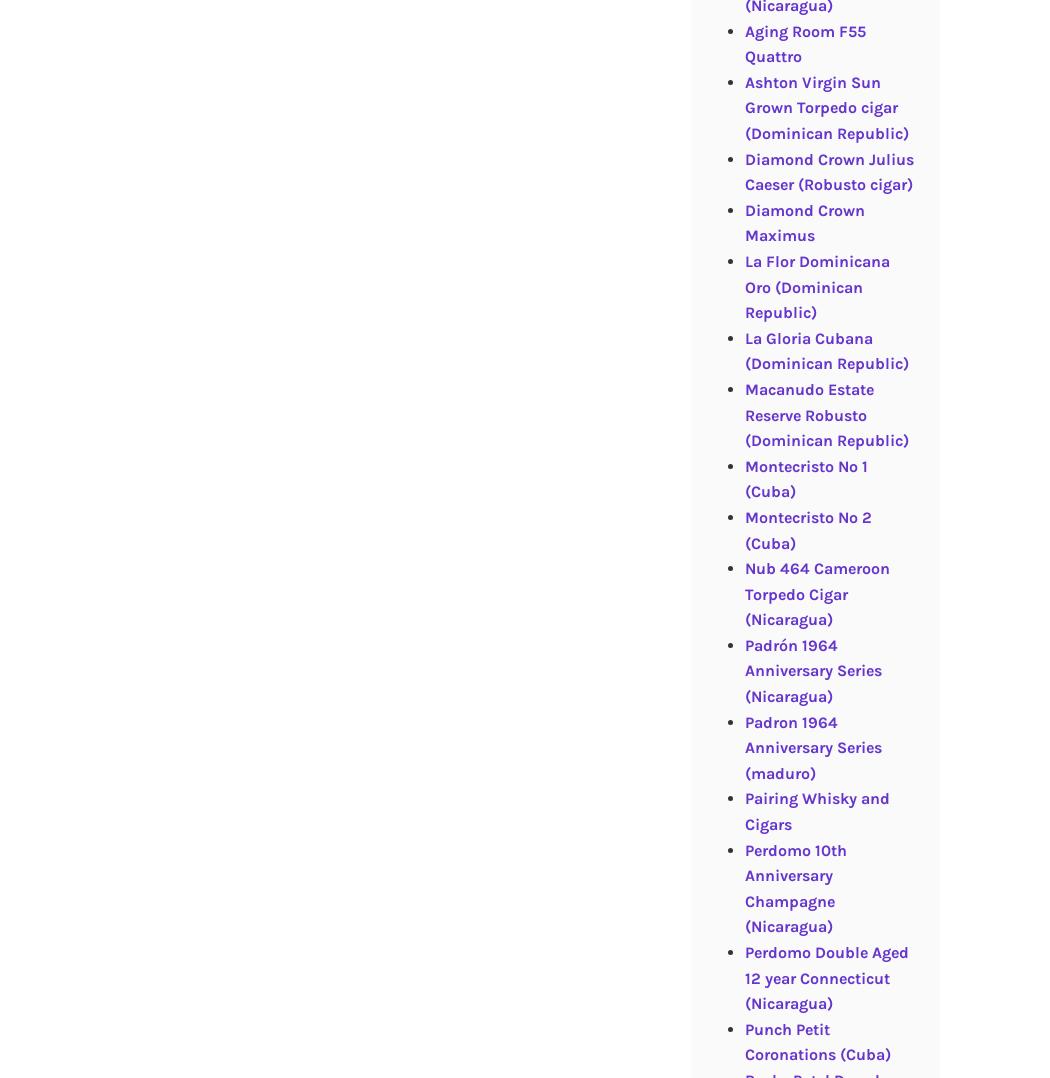 The width and height of the screenshot is (1050, 1078). What do you see at coordinates (826, 413) in the screenshot?
I see `'Macanudo Estate Reserve Robusto (Dominican Republic)'` at bounding box center [826, 413].